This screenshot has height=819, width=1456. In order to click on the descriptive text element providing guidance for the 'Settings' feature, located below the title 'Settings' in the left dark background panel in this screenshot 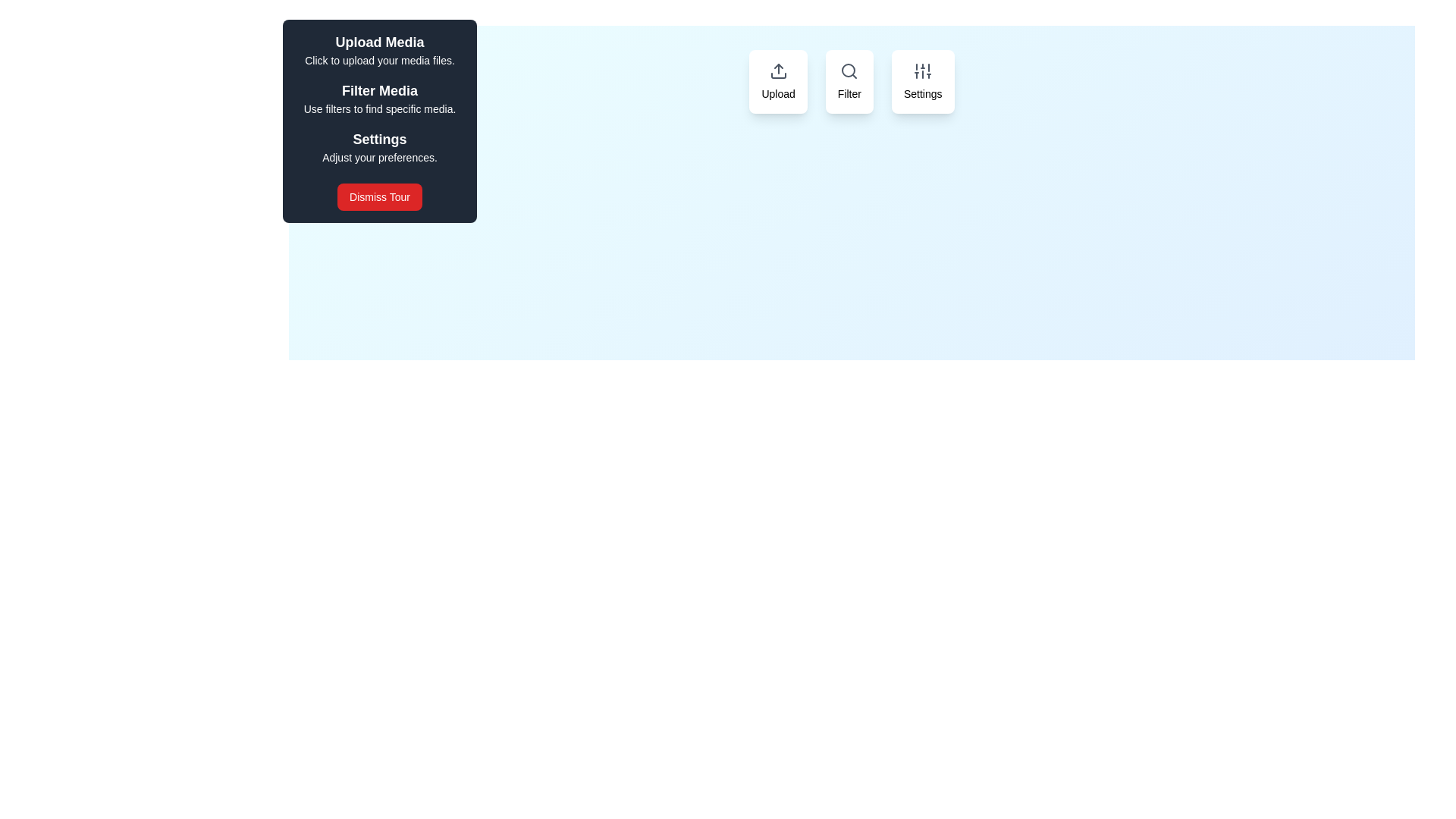, I will do `click(379, 158)`.